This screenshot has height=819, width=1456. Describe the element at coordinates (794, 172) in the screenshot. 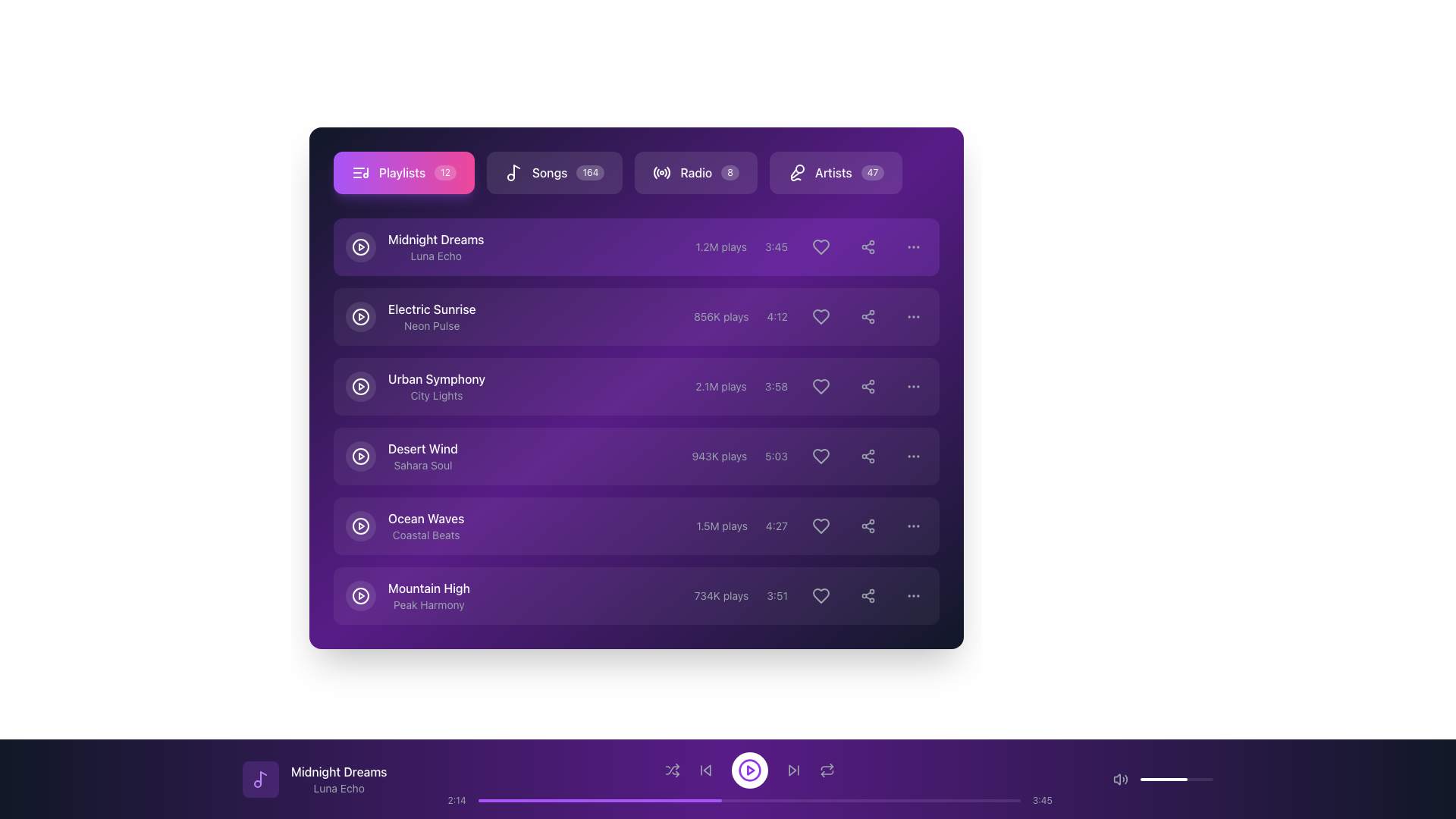

I see `the Artists button, which contains a microphone-like vector graphic icon` at that location.